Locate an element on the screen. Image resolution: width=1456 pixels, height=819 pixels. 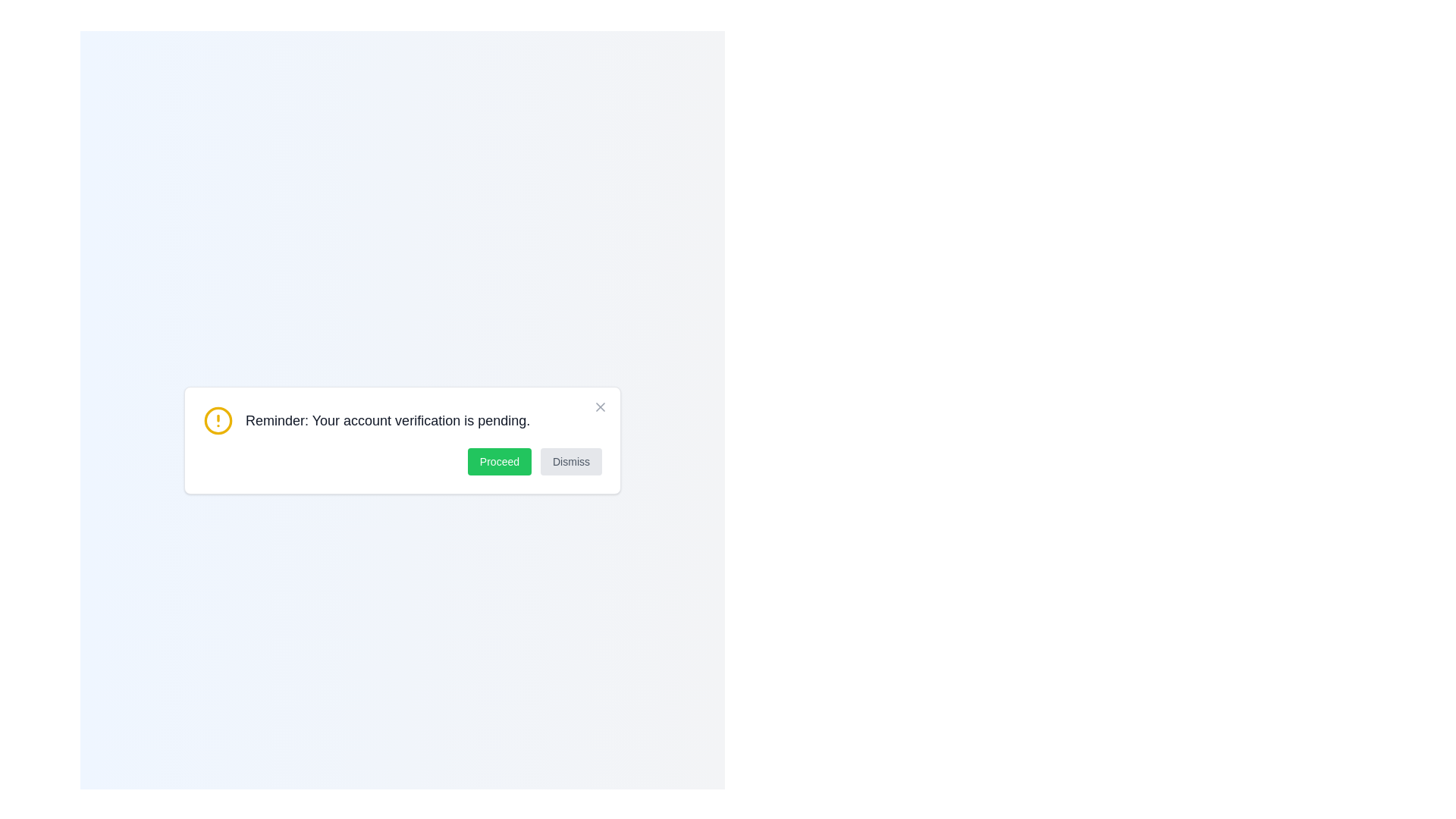
the yellow circular warning icon with an exclamation mark, which is positioned to the left of the 'Reminder: Your account verification is pending.' text is located at coordinates (218, 421).